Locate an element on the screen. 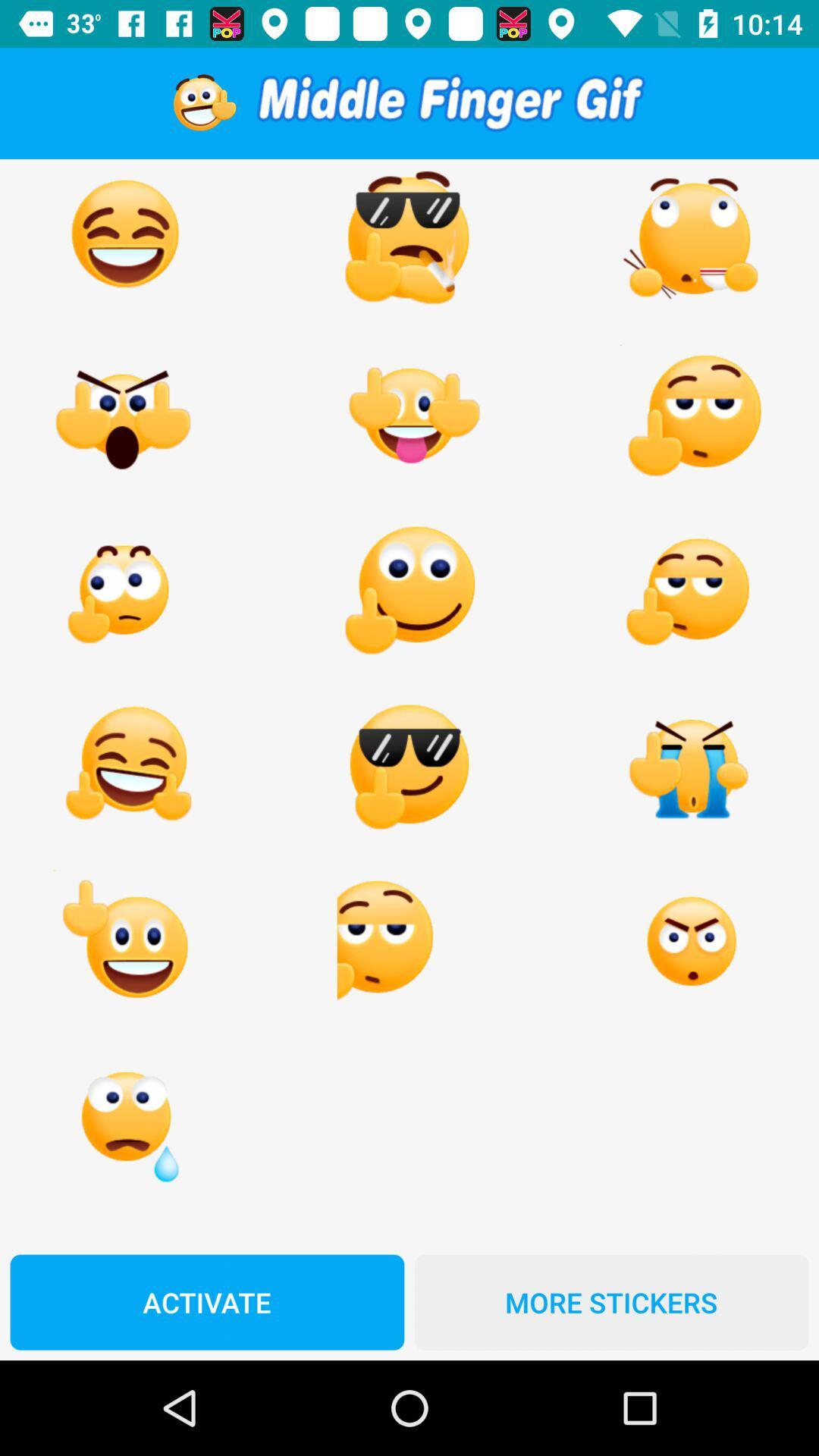 This screenshot has height=1456, width=819. the emoji which is placed at fourth row third column is located at coordinates (692, 767).